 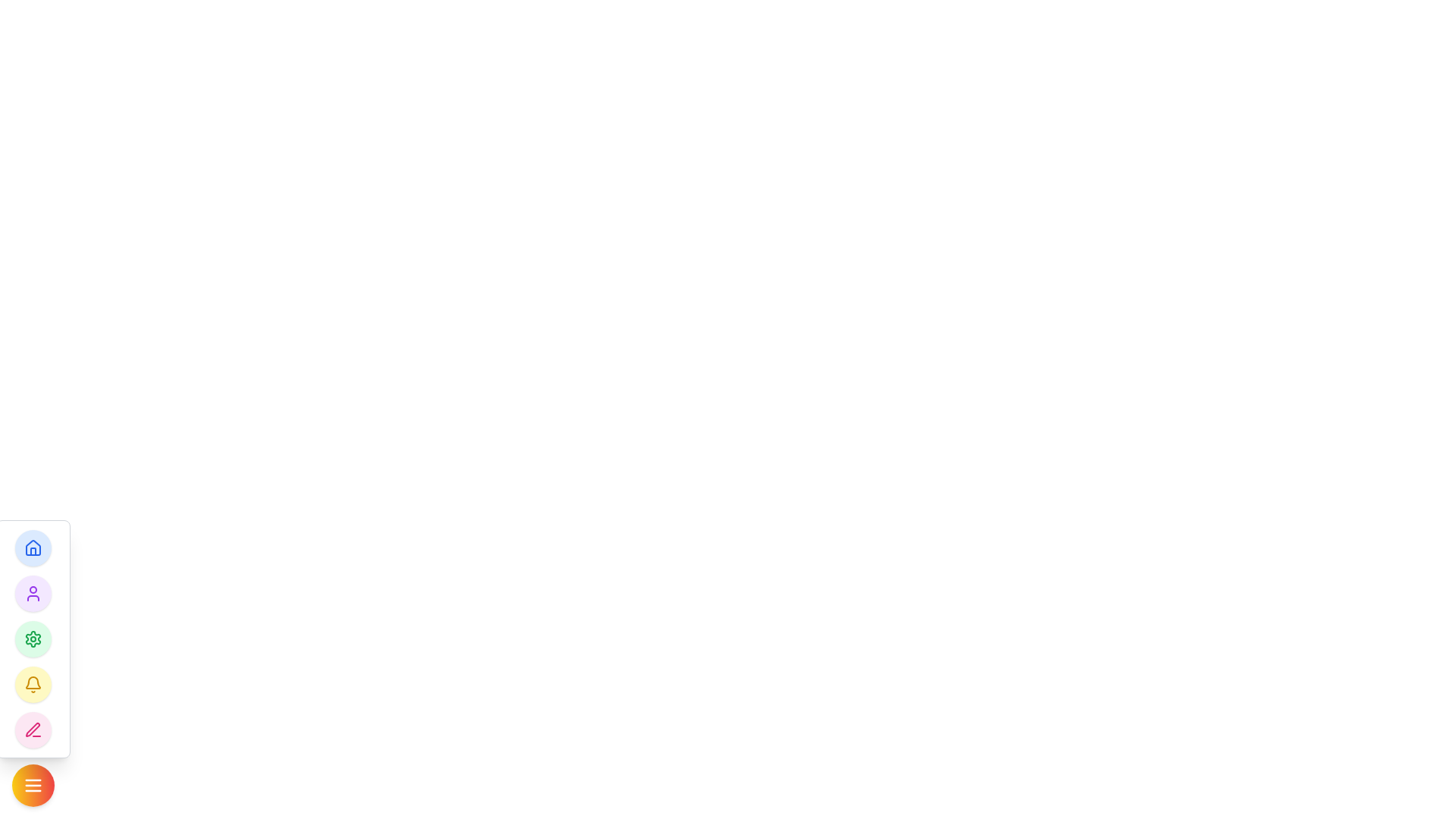 I want to click on the circular purple button with a user silhouette icon, which is the second button in a vertical sidebar menu, so click(x=33, y=593).